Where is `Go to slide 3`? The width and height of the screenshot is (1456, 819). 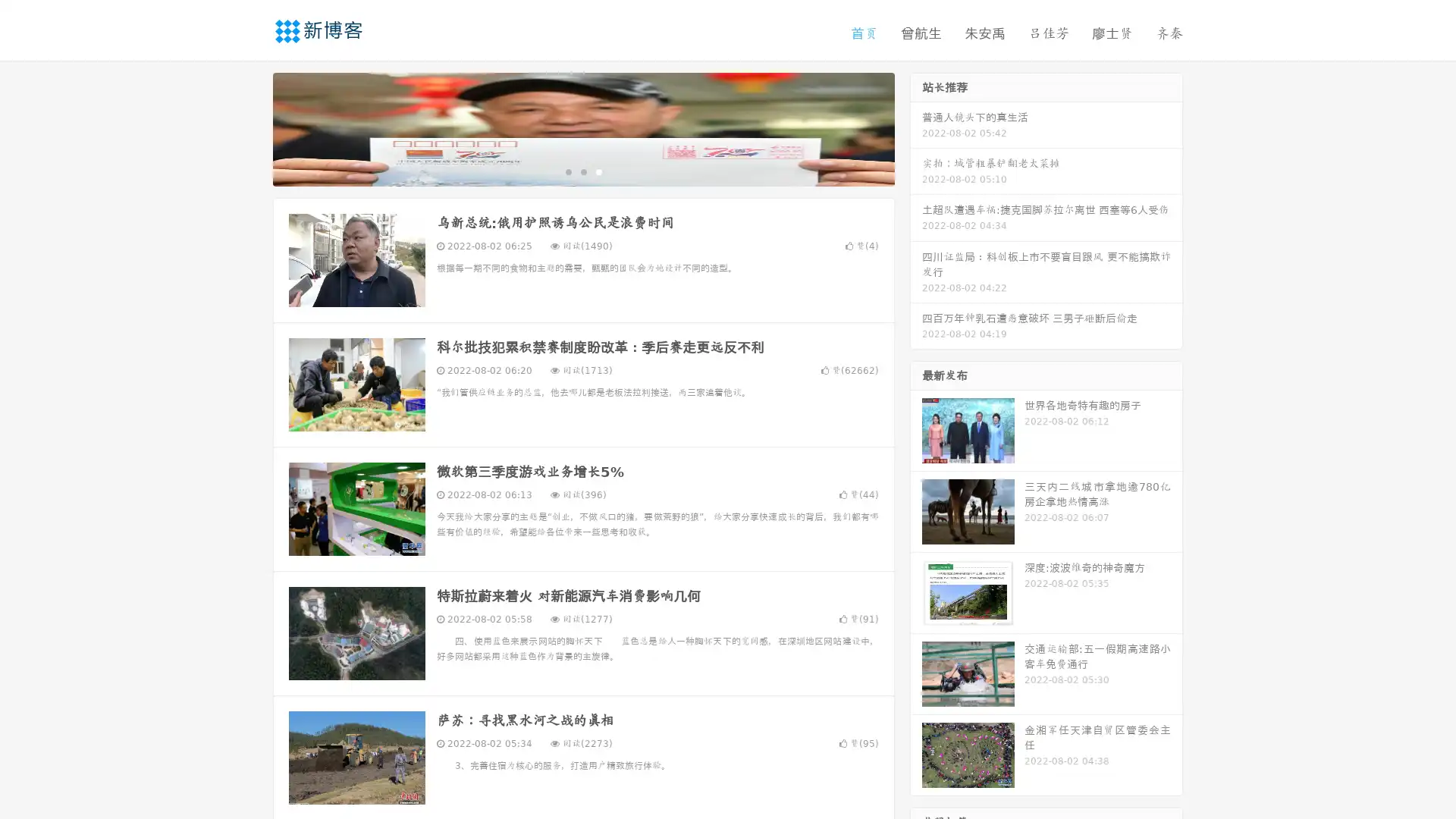
Go to slide 3 is located at coordinates (598, 171).